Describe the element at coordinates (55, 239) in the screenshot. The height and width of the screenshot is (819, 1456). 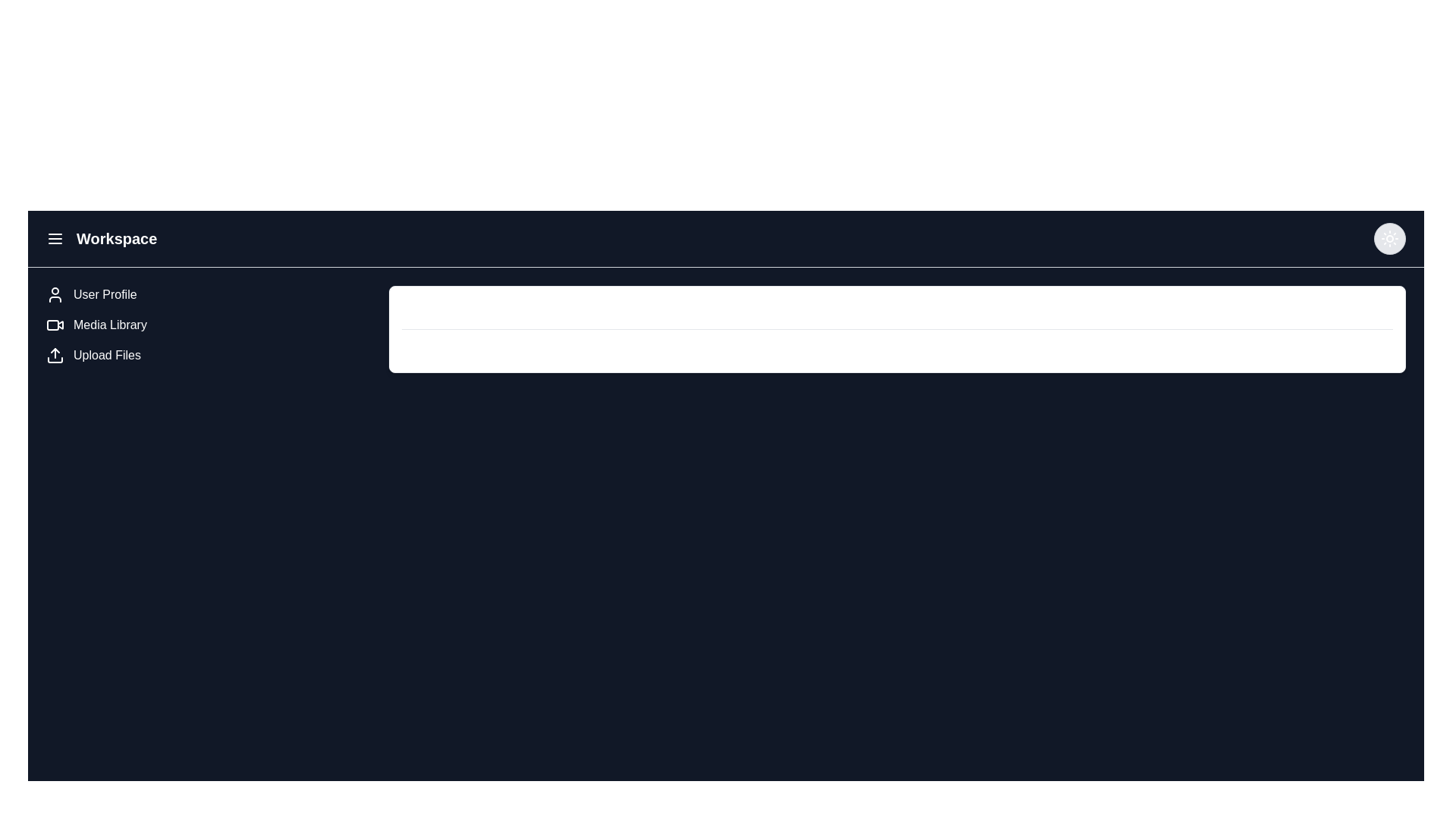
I see `the three-line menu icon (hamburger menu) located at the top-left corner of the page, adjacent to the 'Workspace' text` at that location.